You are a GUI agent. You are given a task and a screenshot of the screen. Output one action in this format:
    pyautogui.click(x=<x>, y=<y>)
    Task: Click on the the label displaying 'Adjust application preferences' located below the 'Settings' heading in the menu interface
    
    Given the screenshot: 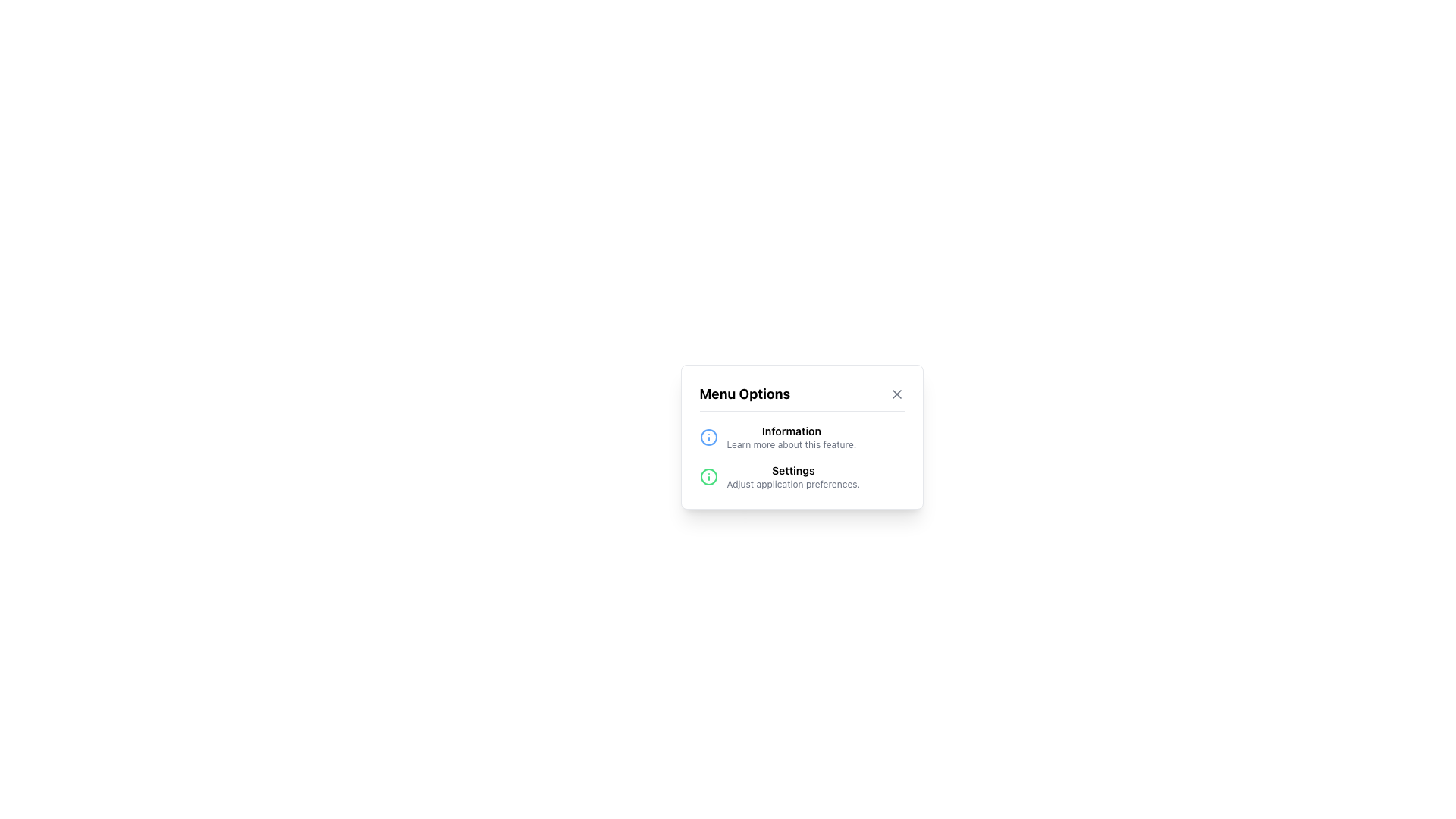 What is the action you would take?
    pyautogui.click(x=792, y=484)
    